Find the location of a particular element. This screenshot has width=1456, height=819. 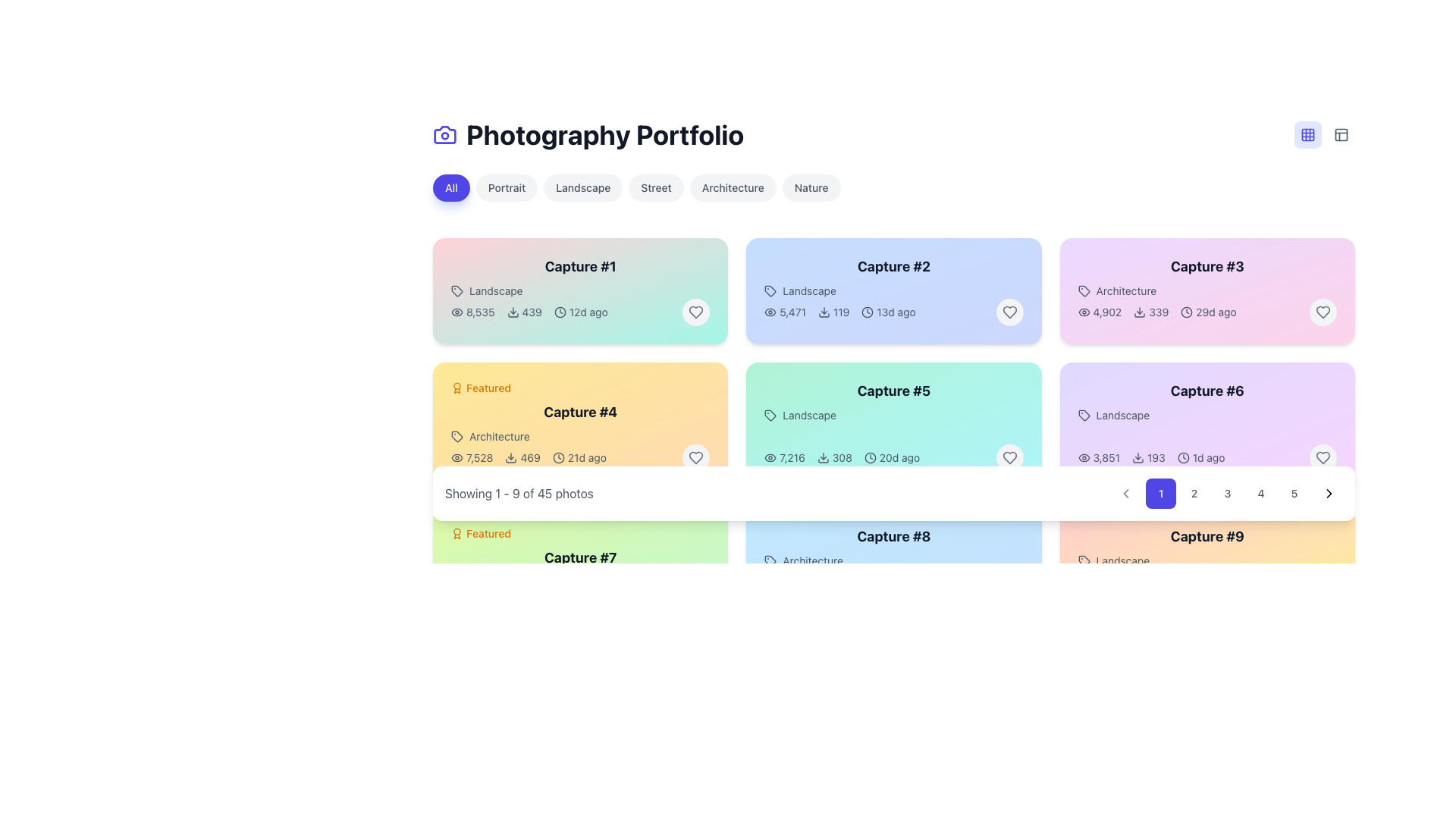

the text label displaying 'Capture #8' that is styled with a bold font and located in a light blue background block, positioned in the third row and second column of the portfolio grid layout is located at coordinates (894, 547).